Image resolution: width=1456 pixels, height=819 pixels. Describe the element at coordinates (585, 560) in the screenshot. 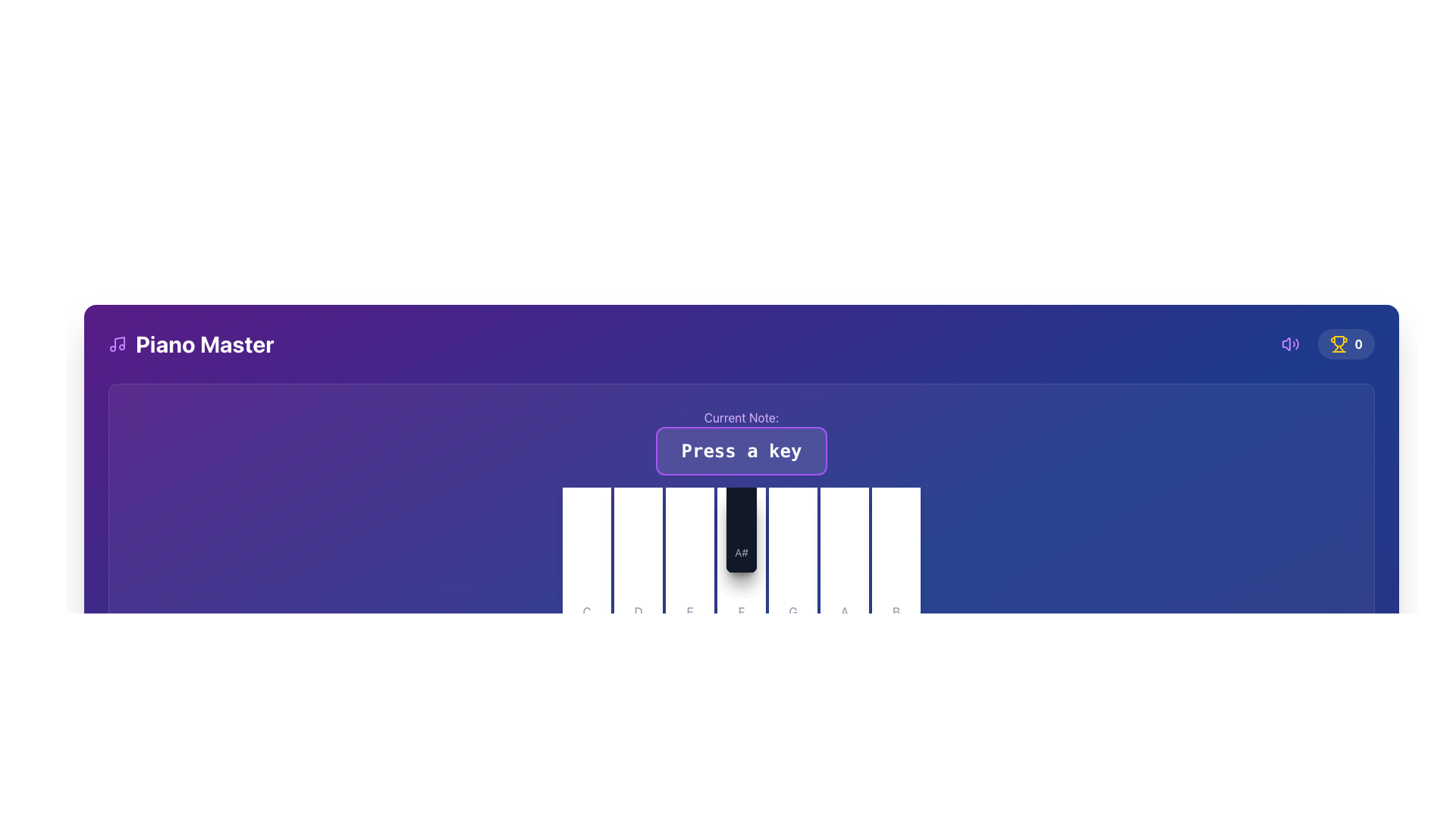

I see `the white piano key labeled 'C', which is the first key in the horizontal sequence of piano keys, to simulate pressing the key` at that location.